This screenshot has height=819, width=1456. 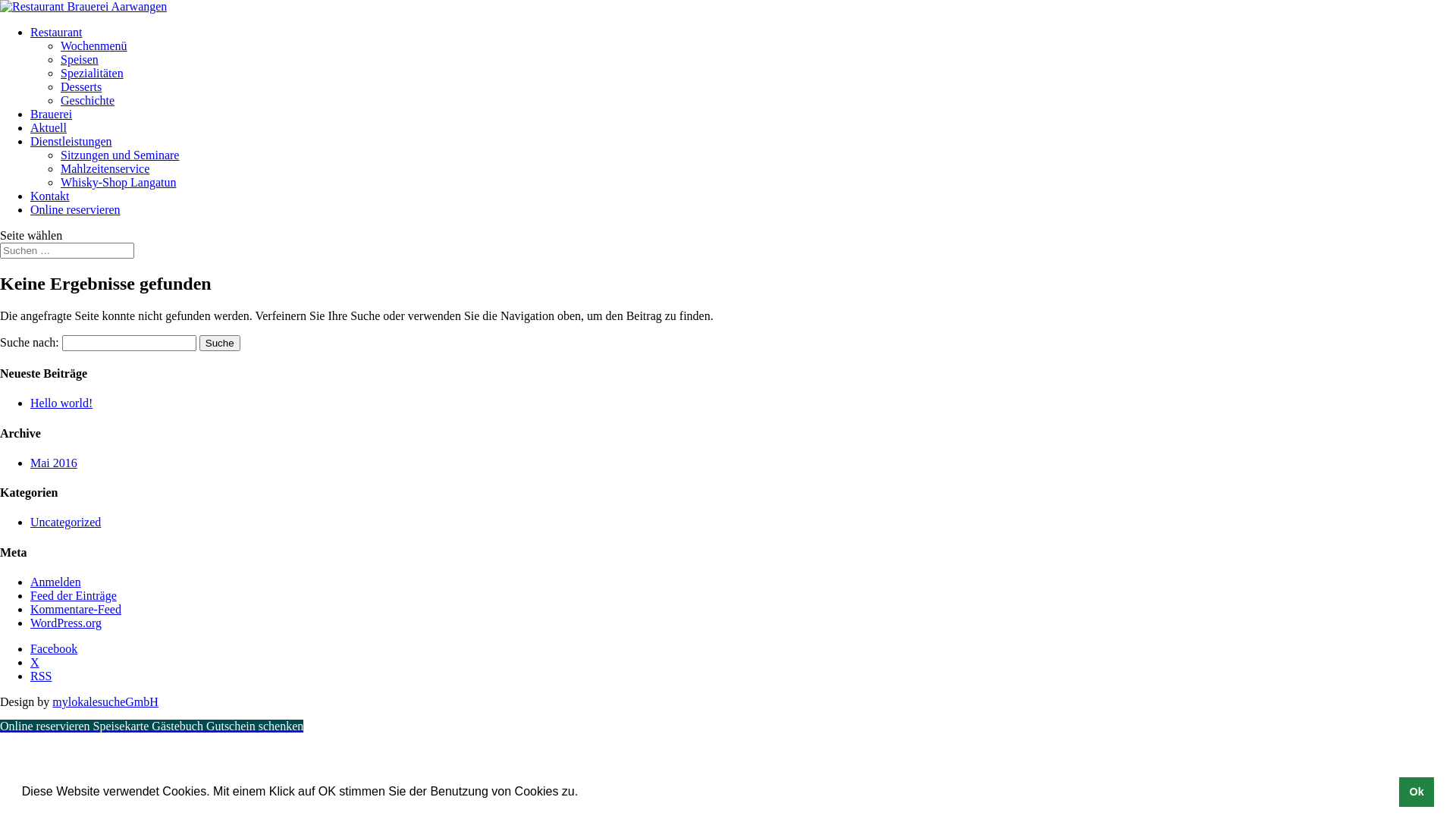 I want to click on 'mylokalesucheGmbH', so click(x=52, y=701).